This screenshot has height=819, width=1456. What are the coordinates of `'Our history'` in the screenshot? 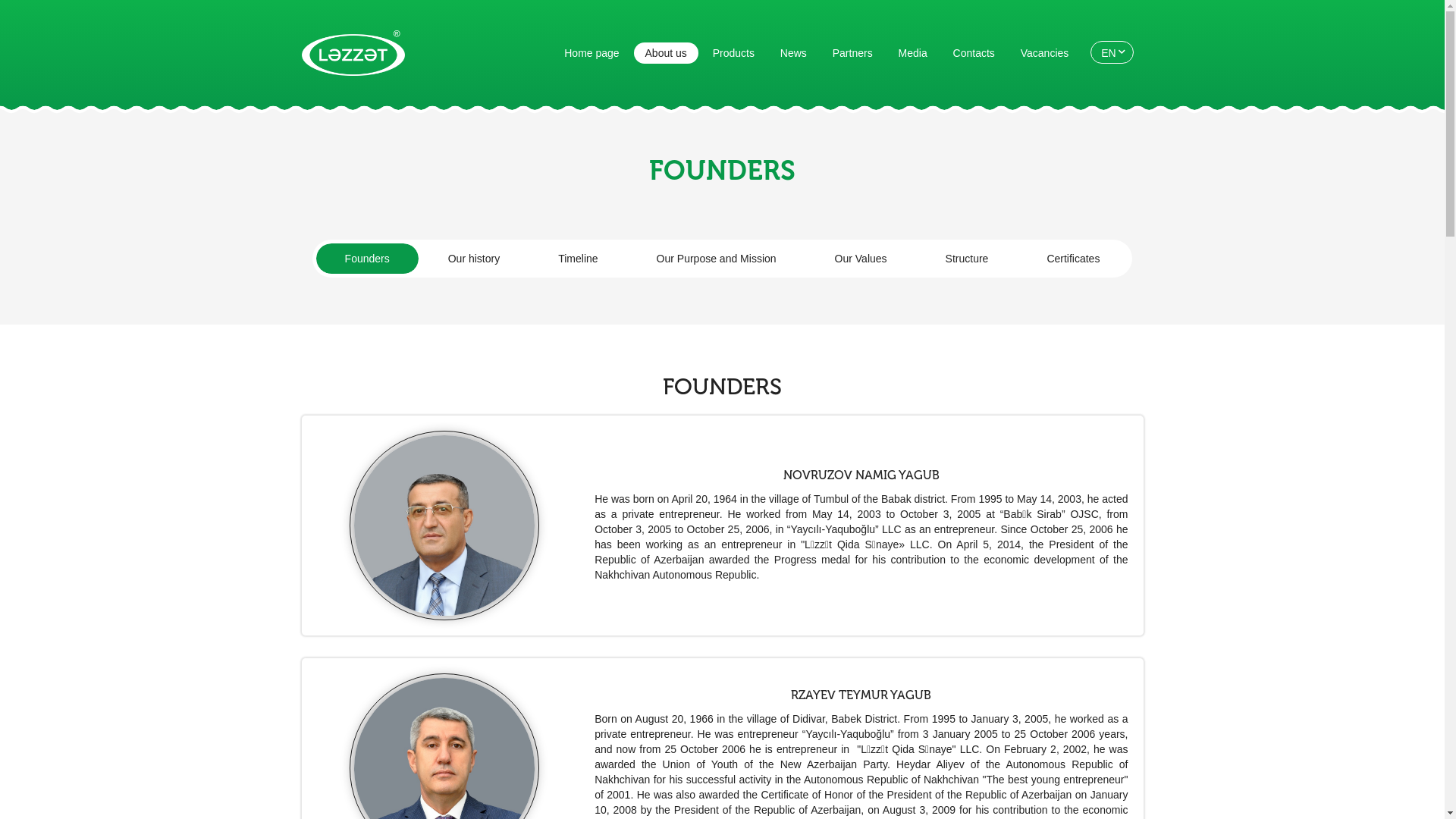 It's located at (472, 257).